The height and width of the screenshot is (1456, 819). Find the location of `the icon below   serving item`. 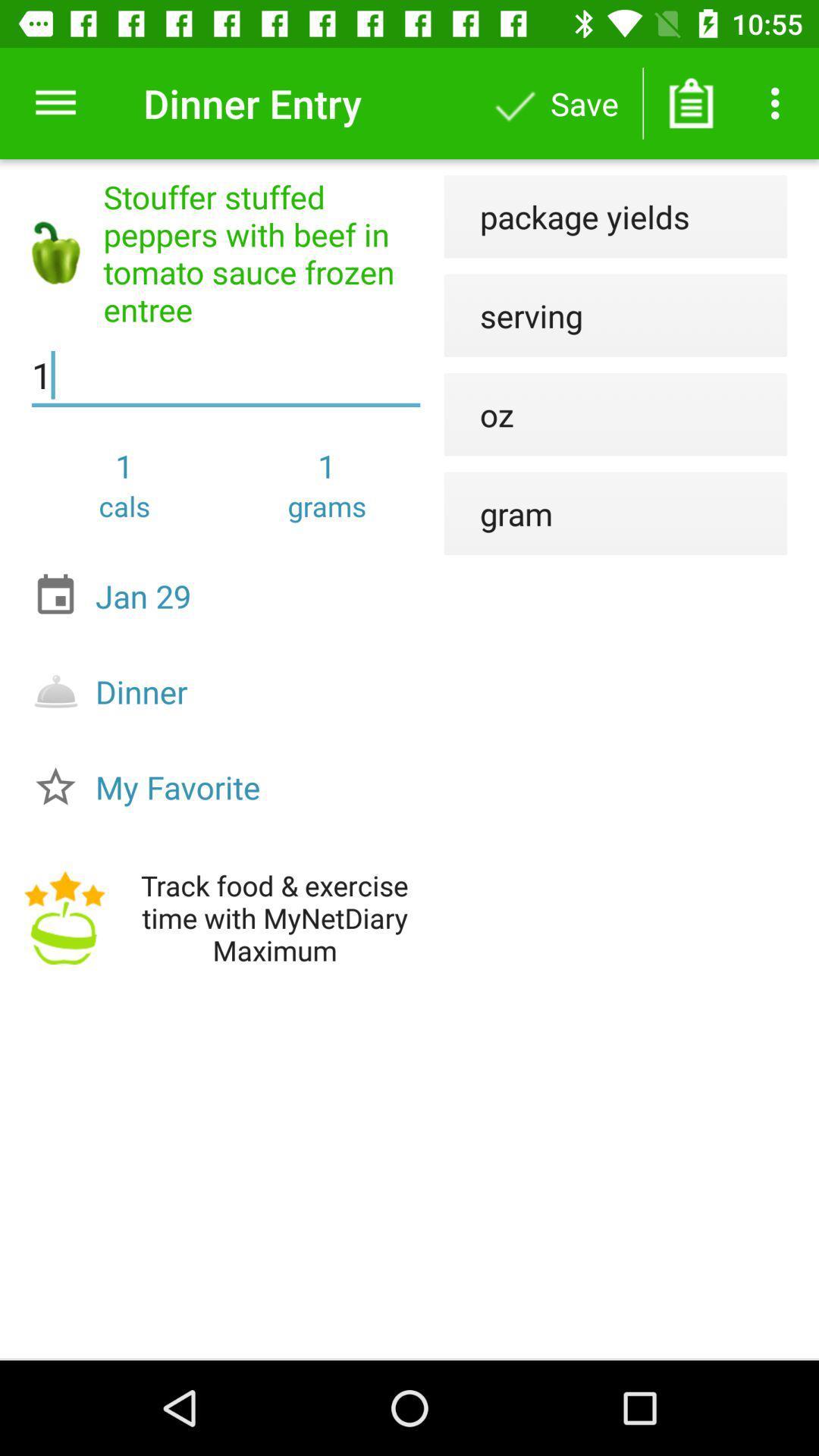

the icon below   serving item is located at coordinates (479, 414).